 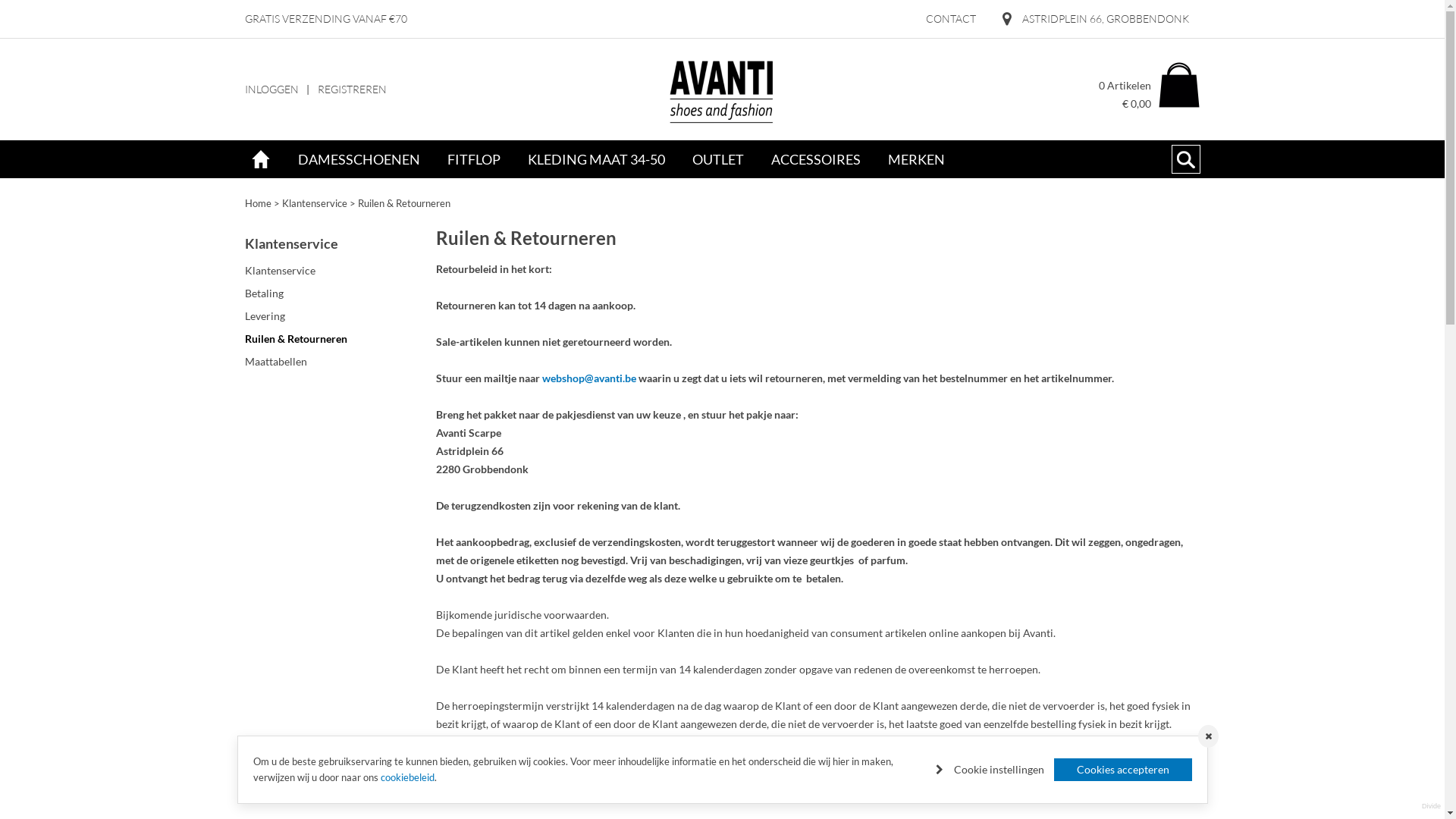 What do you see at coordinates (916, 18) in the screenshot?
I see `'CONTACT'` at bounding box center [916, 18].